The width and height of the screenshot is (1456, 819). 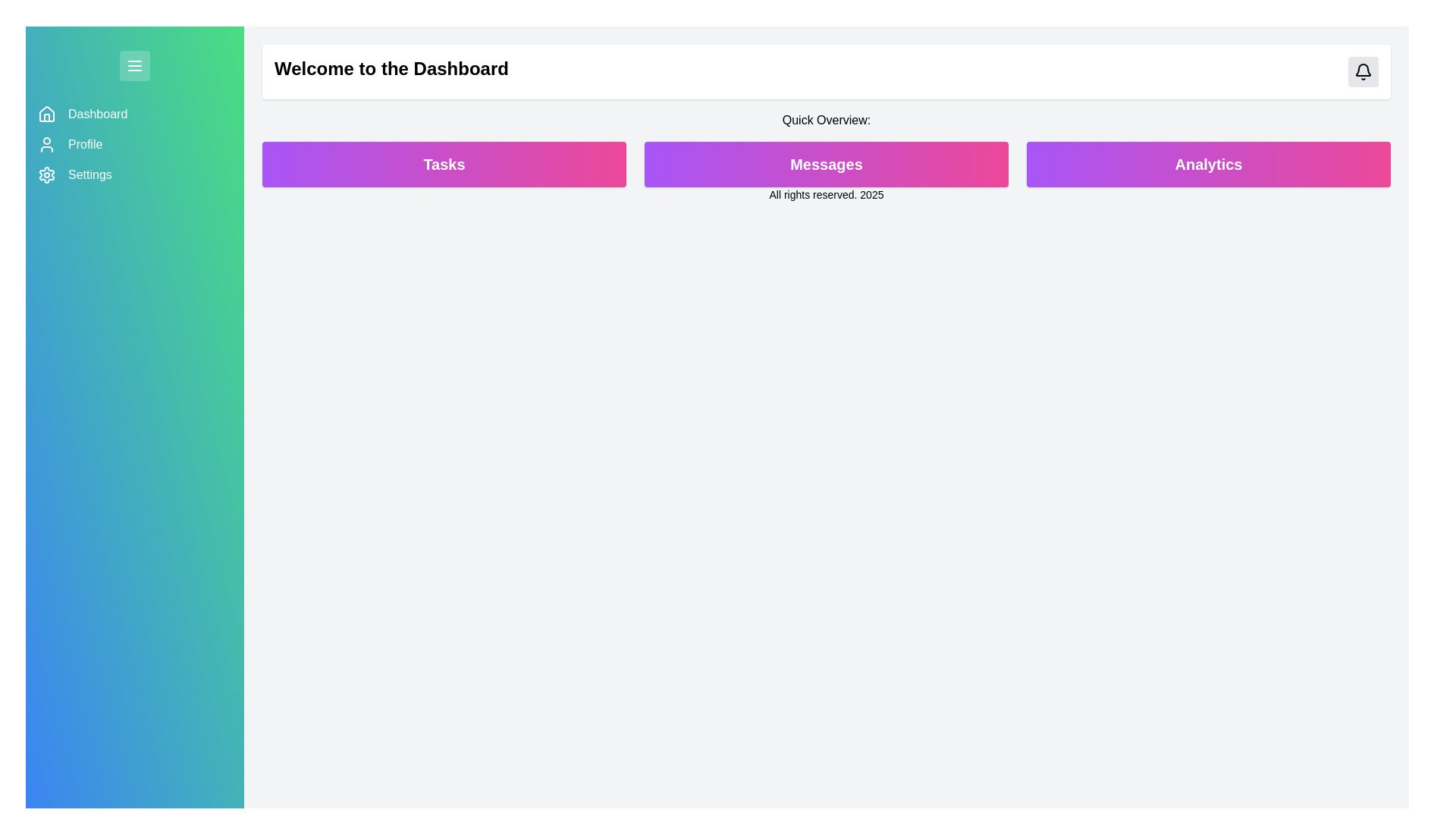 I want to click on the hamburger menu icon button located in the top left corner of the interface inside the green sidebar, so click(x=134, y=65).